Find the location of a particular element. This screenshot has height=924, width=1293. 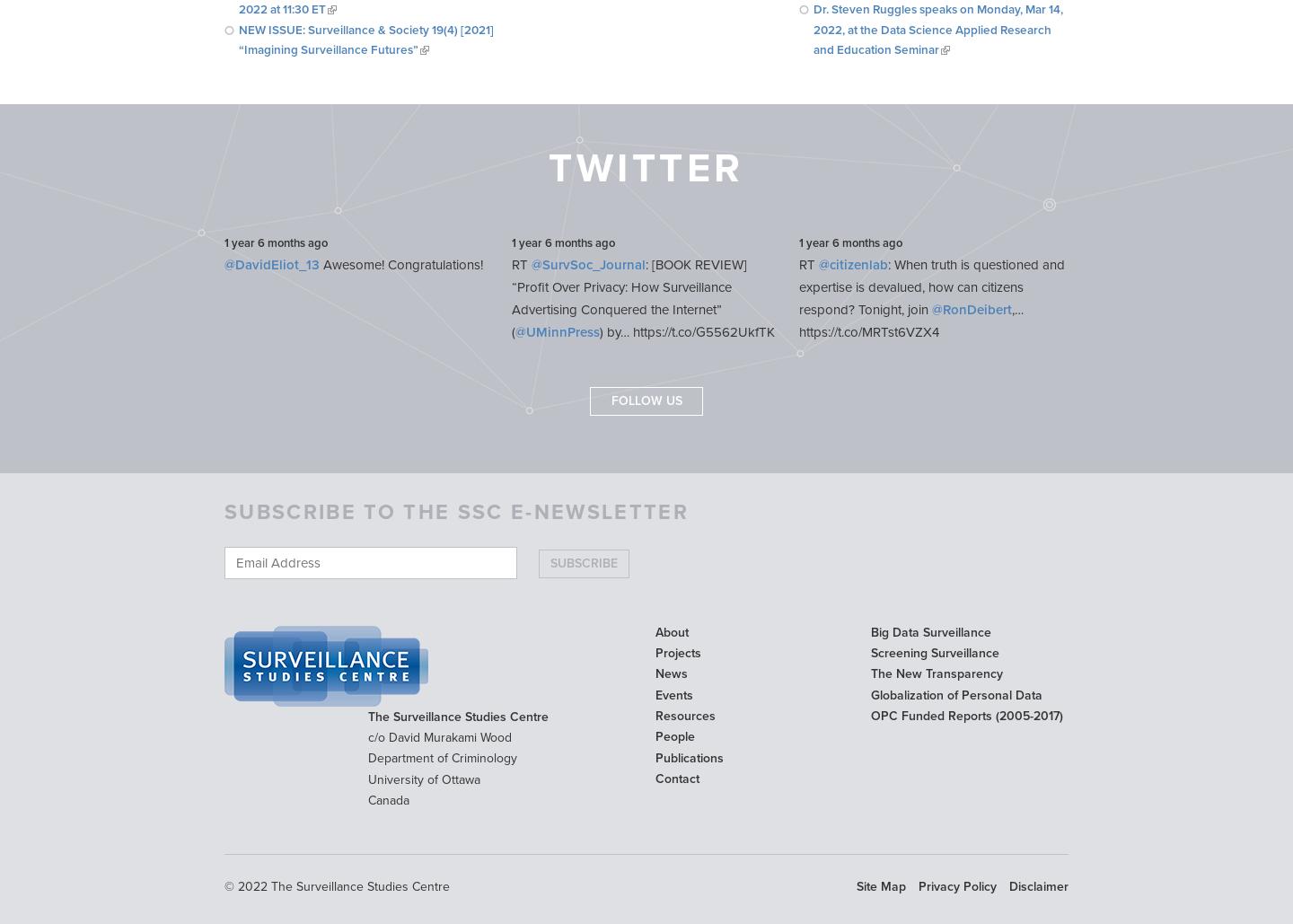

'Events' is located at coordinates (673, 694).